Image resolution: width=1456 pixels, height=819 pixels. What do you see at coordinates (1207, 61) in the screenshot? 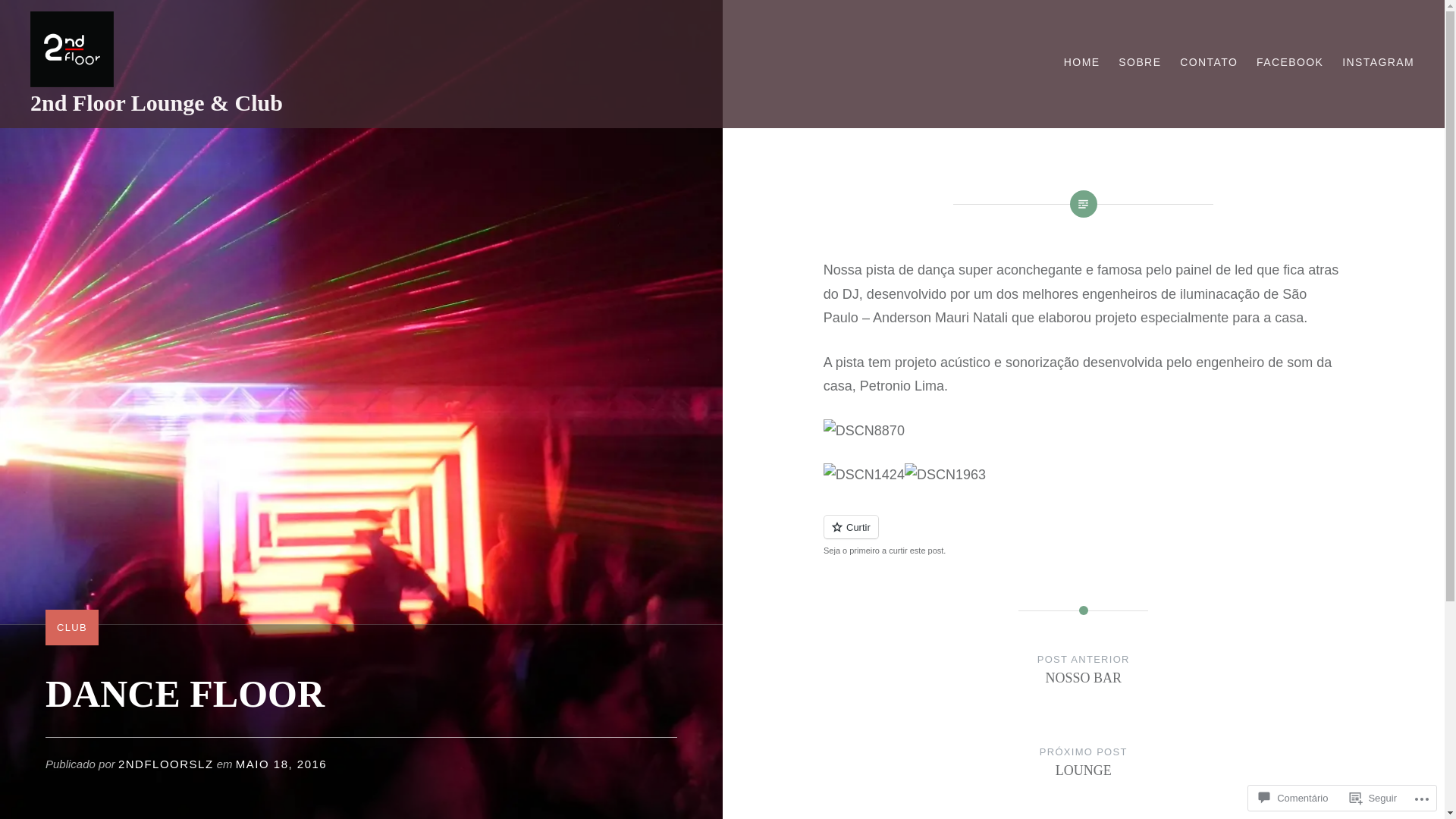
I see `'CONTATO'` at bounding box center [1207, 61].